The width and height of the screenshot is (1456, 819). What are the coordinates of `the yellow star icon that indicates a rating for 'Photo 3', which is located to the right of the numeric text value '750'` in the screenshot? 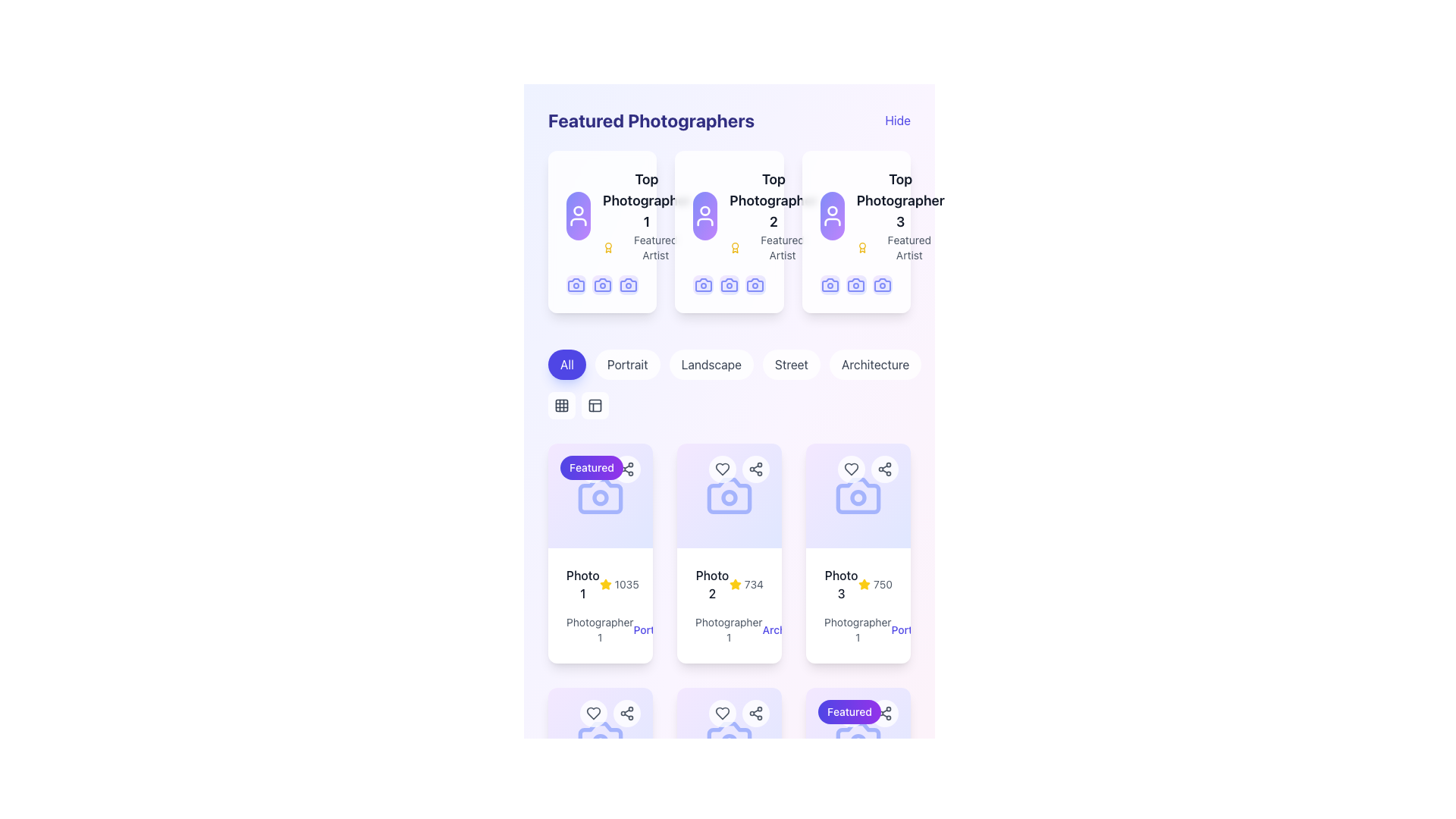 It's located at (864, 584).